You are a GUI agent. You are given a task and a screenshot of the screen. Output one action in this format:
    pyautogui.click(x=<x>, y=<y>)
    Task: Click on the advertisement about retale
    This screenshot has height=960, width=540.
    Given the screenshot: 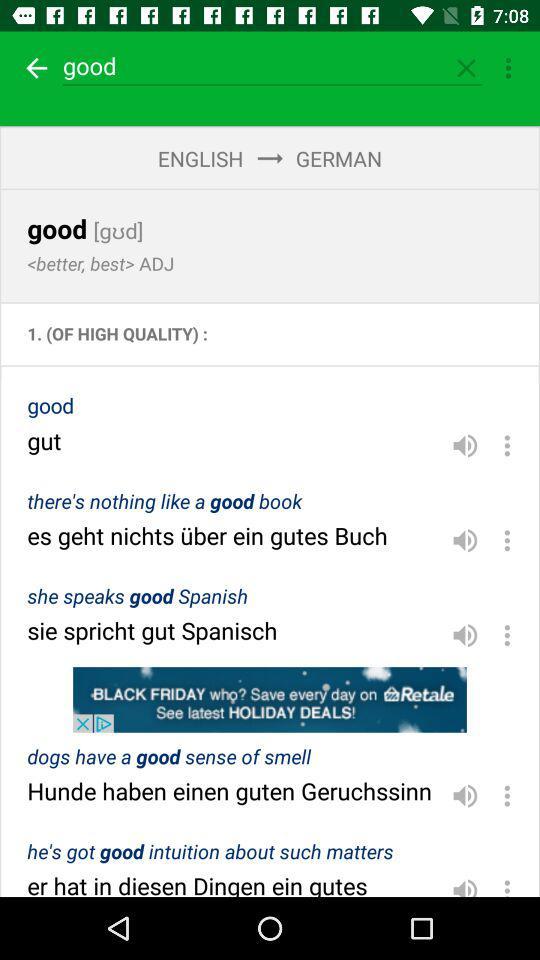 What is the action you would take?
    pyautogui.click(x=270, y=699)
    